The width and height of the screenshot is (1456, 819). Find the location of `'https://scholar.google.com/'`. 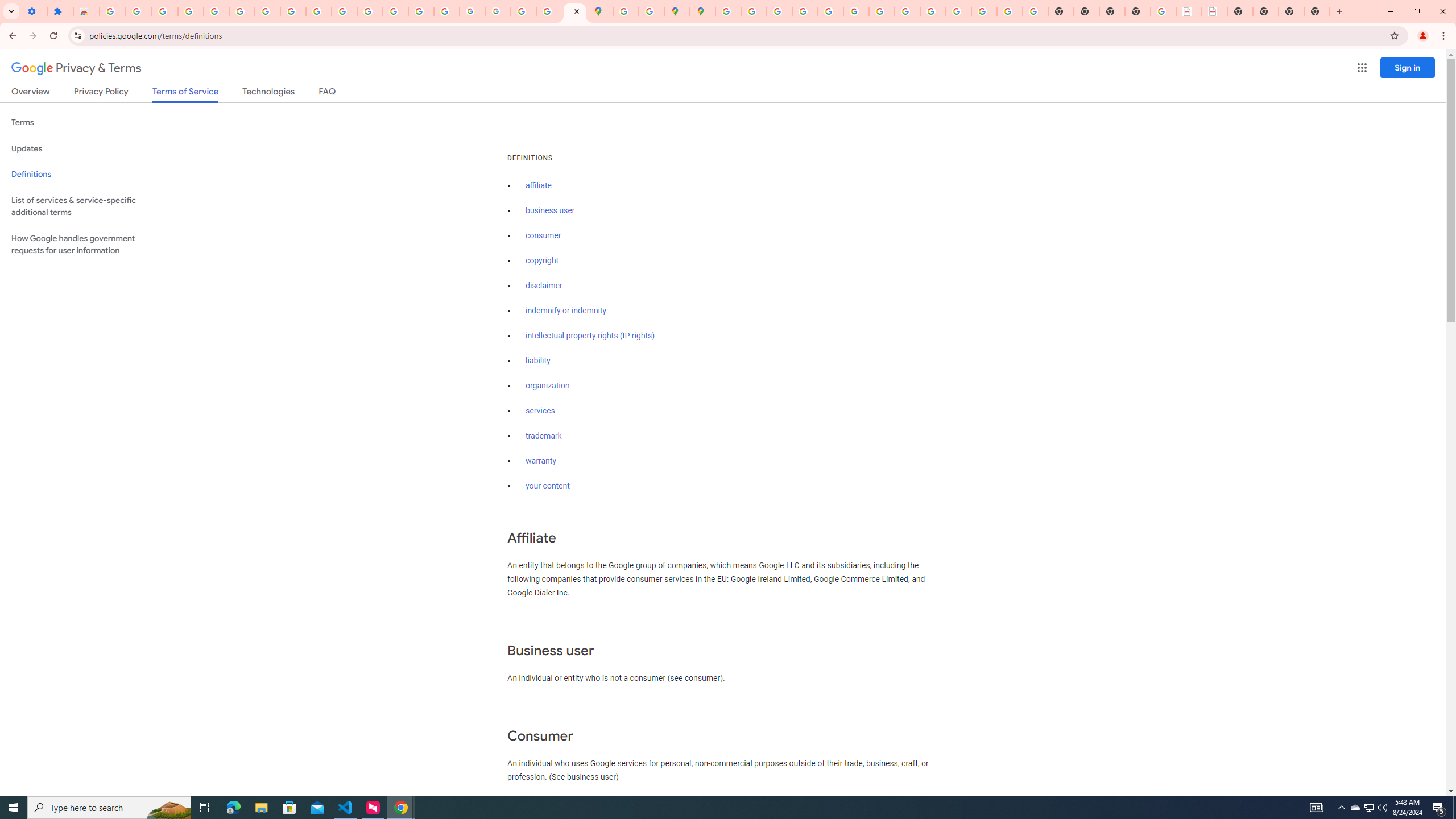

'https://scholar.google.com/' is located at coordinates (369, 11).